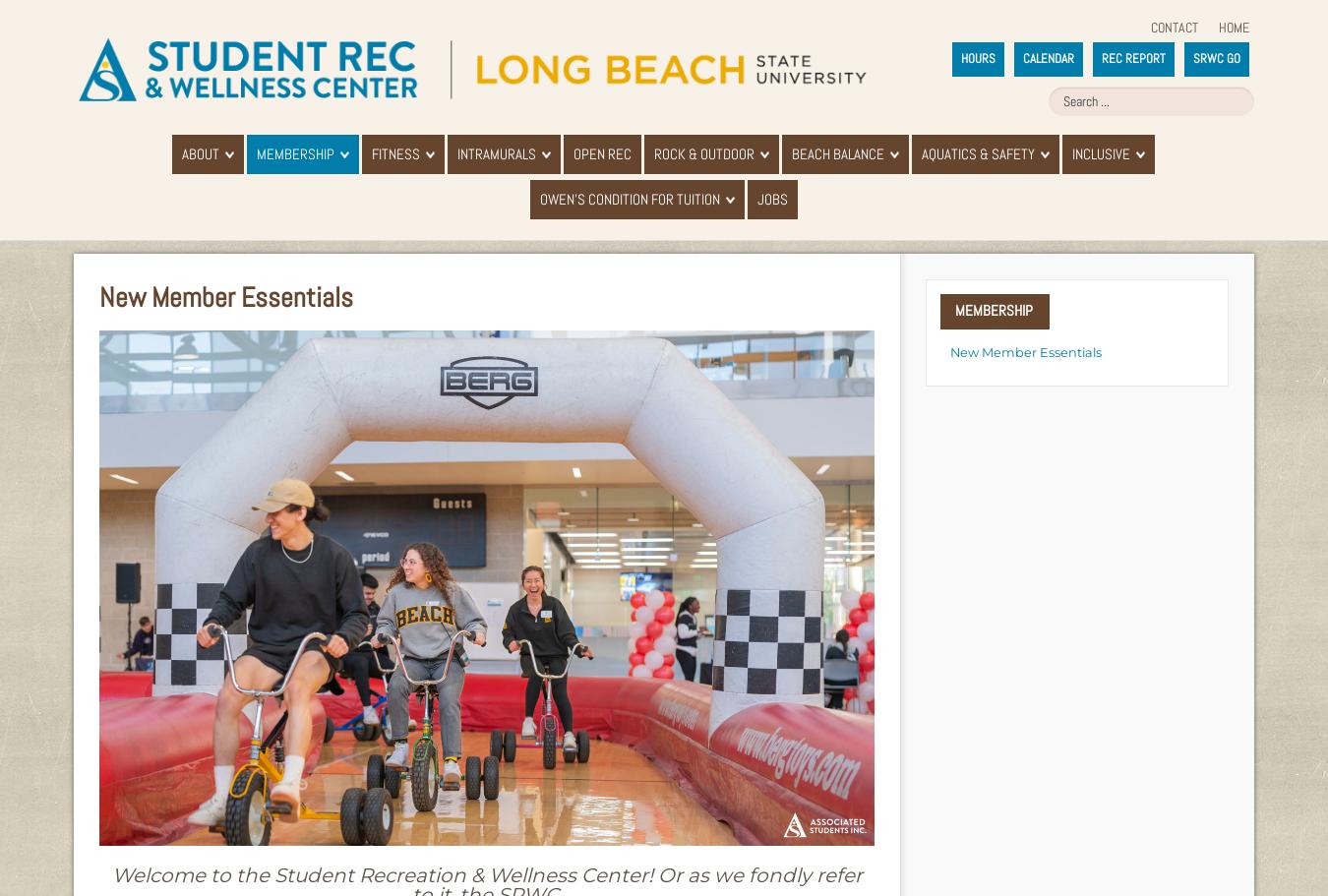 This screenshot has height=896, width=1328. Describe the element at coordinates (837, 153) in the screenshot. I see `'Beach Balance'` at that location.